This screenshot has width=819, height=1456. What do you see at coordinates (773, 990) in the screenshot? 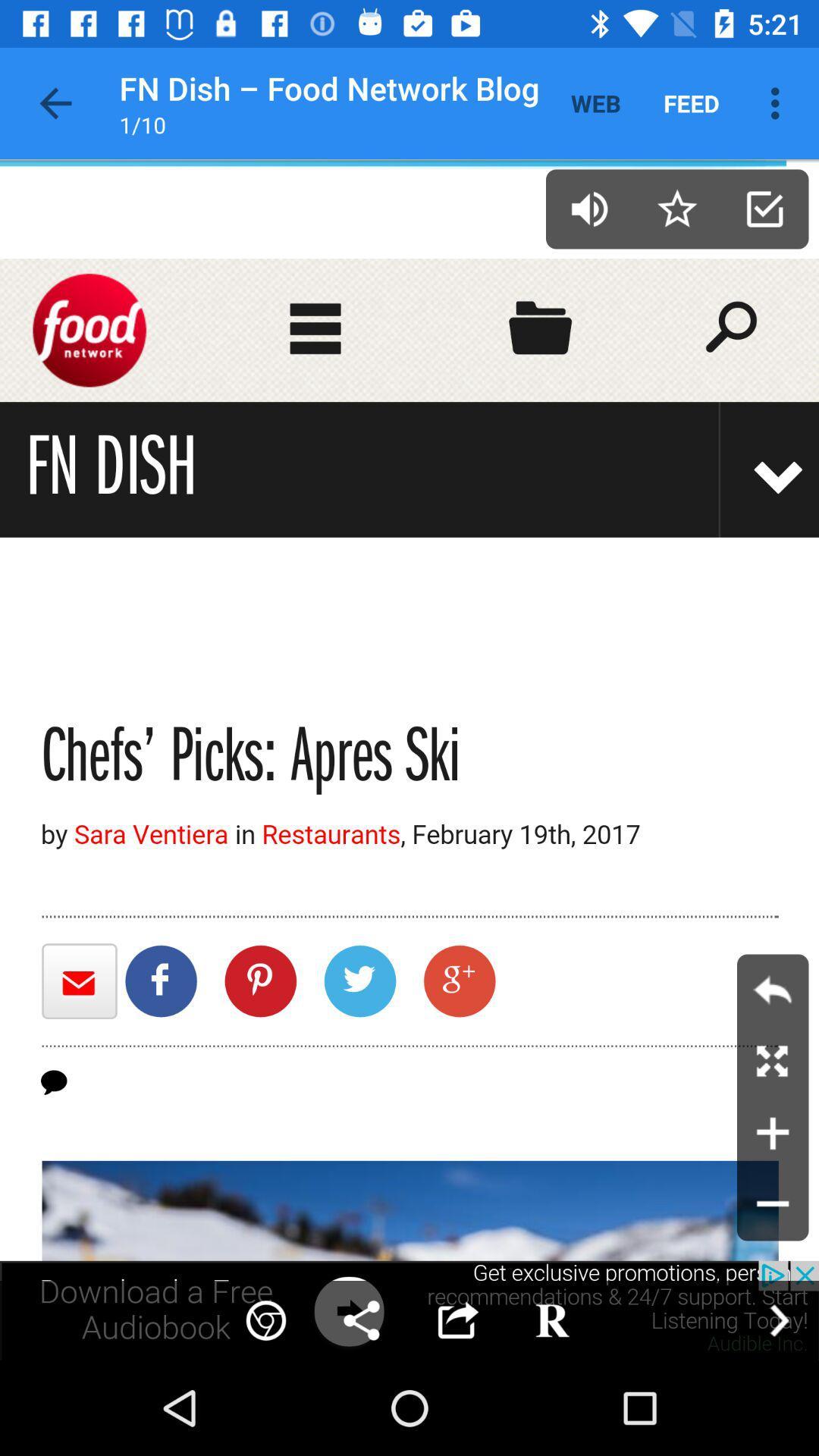
I see `the reply icon` at bounding box center [773, 990].